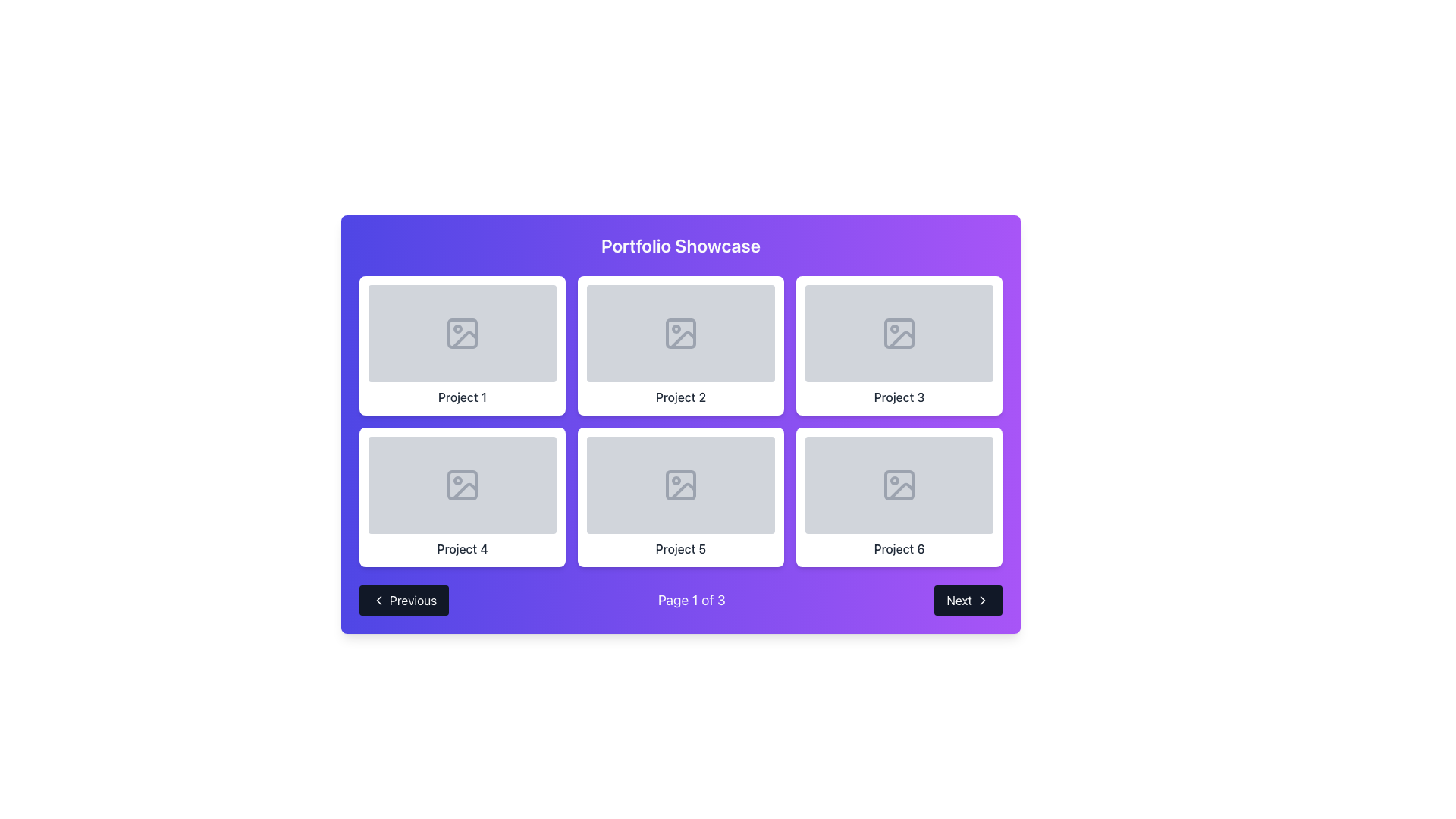 The height and width of the screenshot is (819, 1456). What do you see at coordinates (461, 485) in the screenshot?
I see `the SVG Icon that represents a piece of content located in the bottom-left of the fourth placeholder in a grid of six elements` at bounding box center [461, 485].